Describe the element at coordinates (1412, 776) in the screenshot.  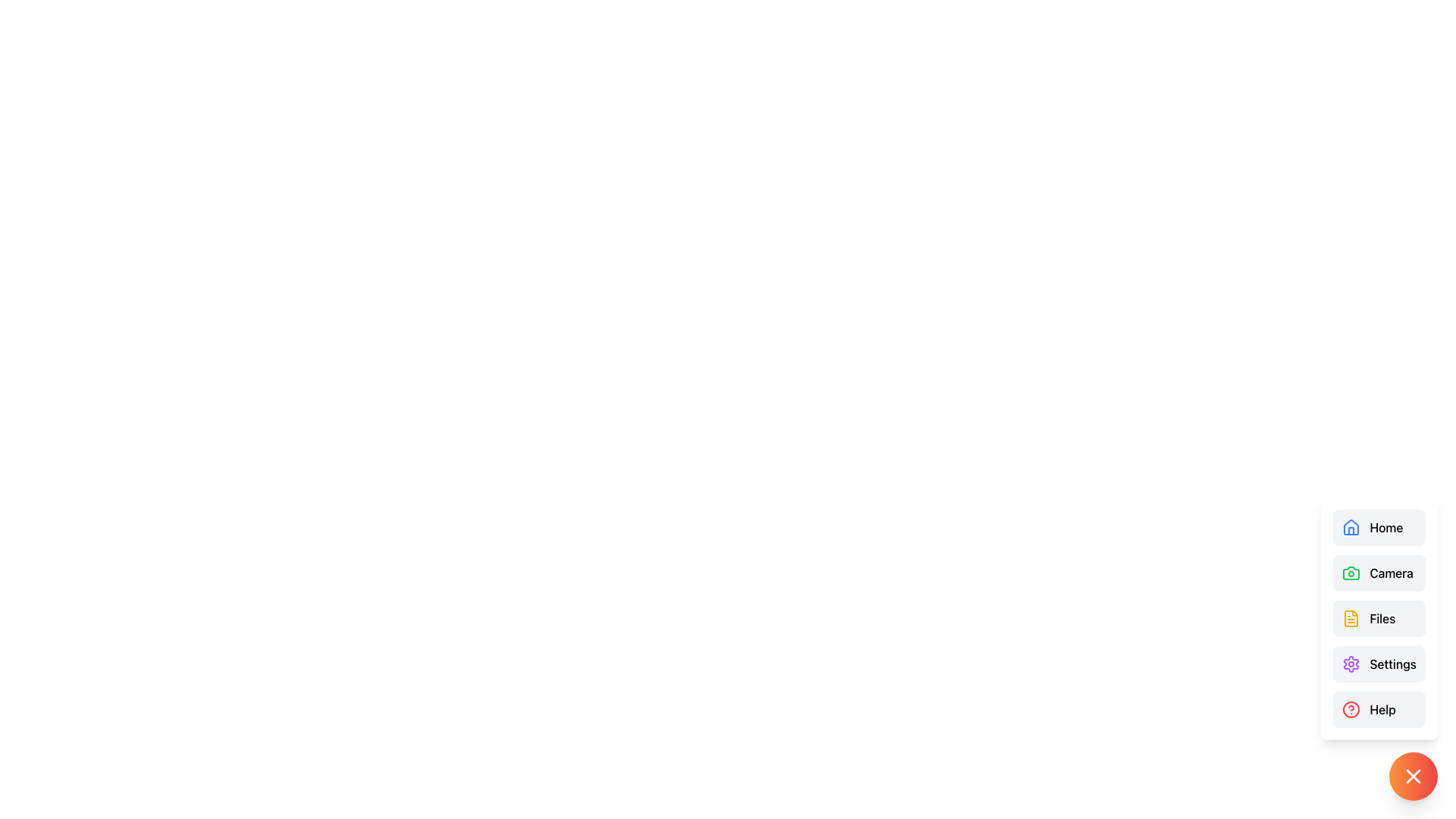
I see `the cross-shaped button with a gradient background` at that location.